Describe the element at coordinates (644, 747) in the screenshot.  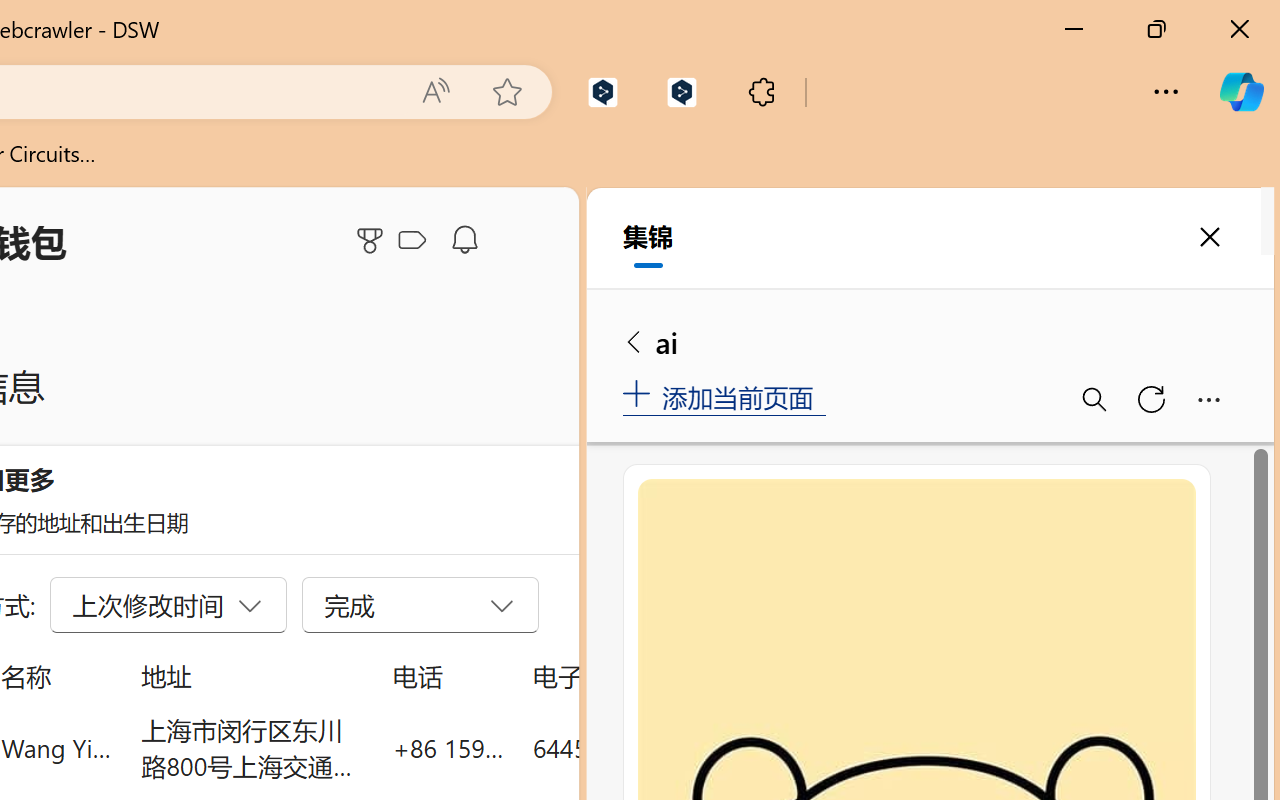
I see `'644553698@qq.com'` at that location.